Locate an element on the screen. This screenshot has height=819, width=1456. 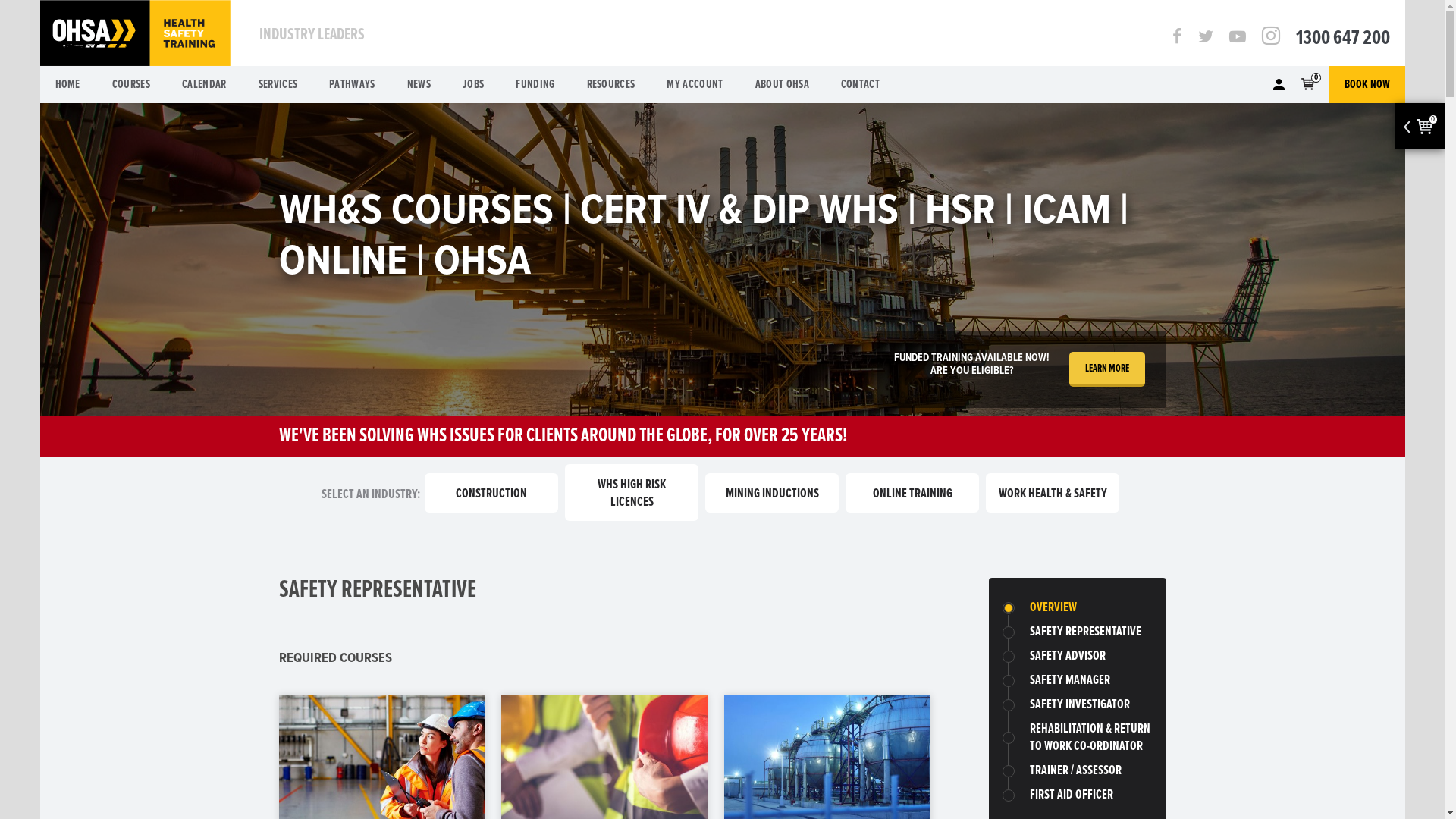
'PATHWAYS' is located at coordinates (351, 84).